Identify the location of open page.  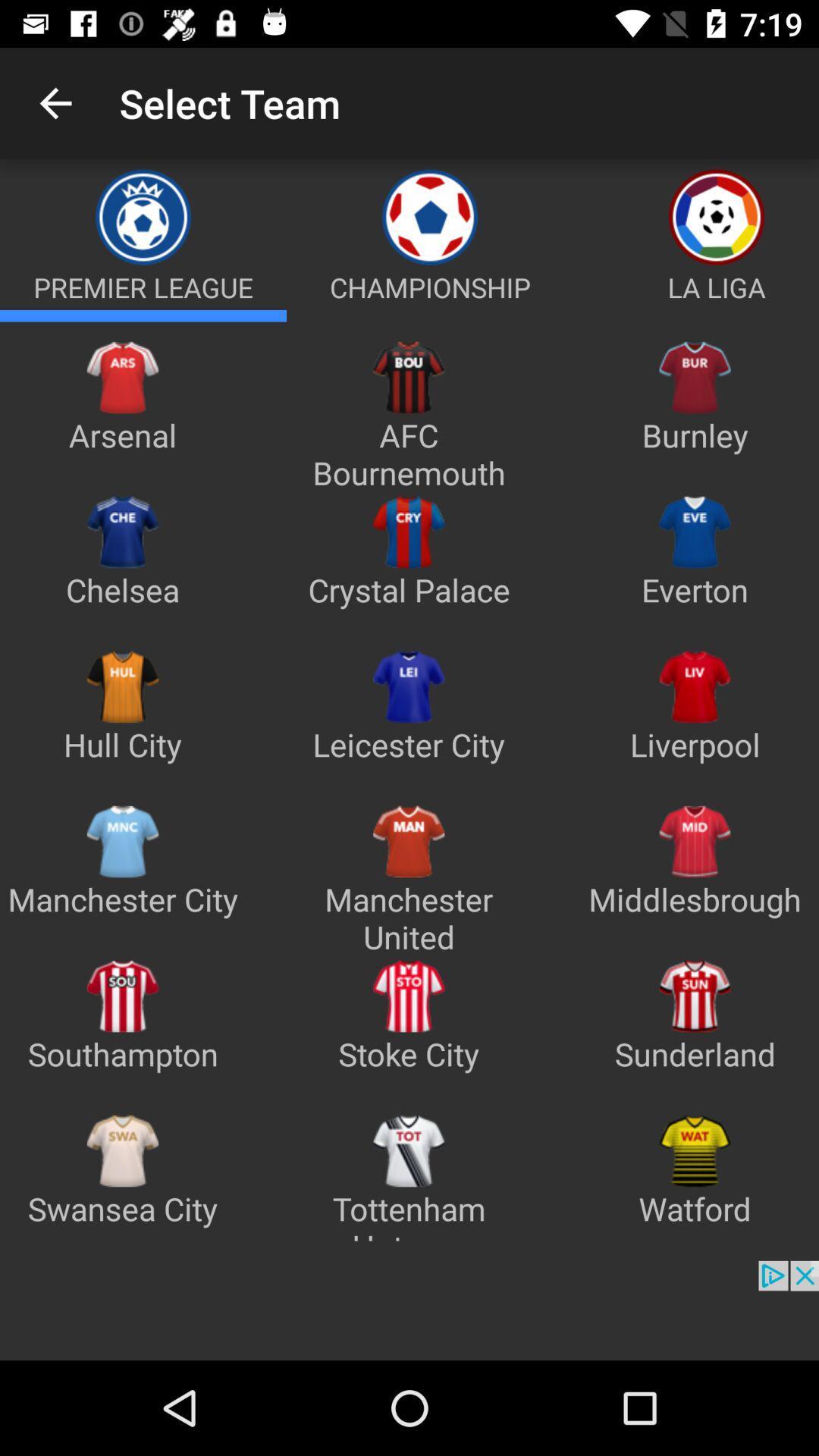
(143, 315).